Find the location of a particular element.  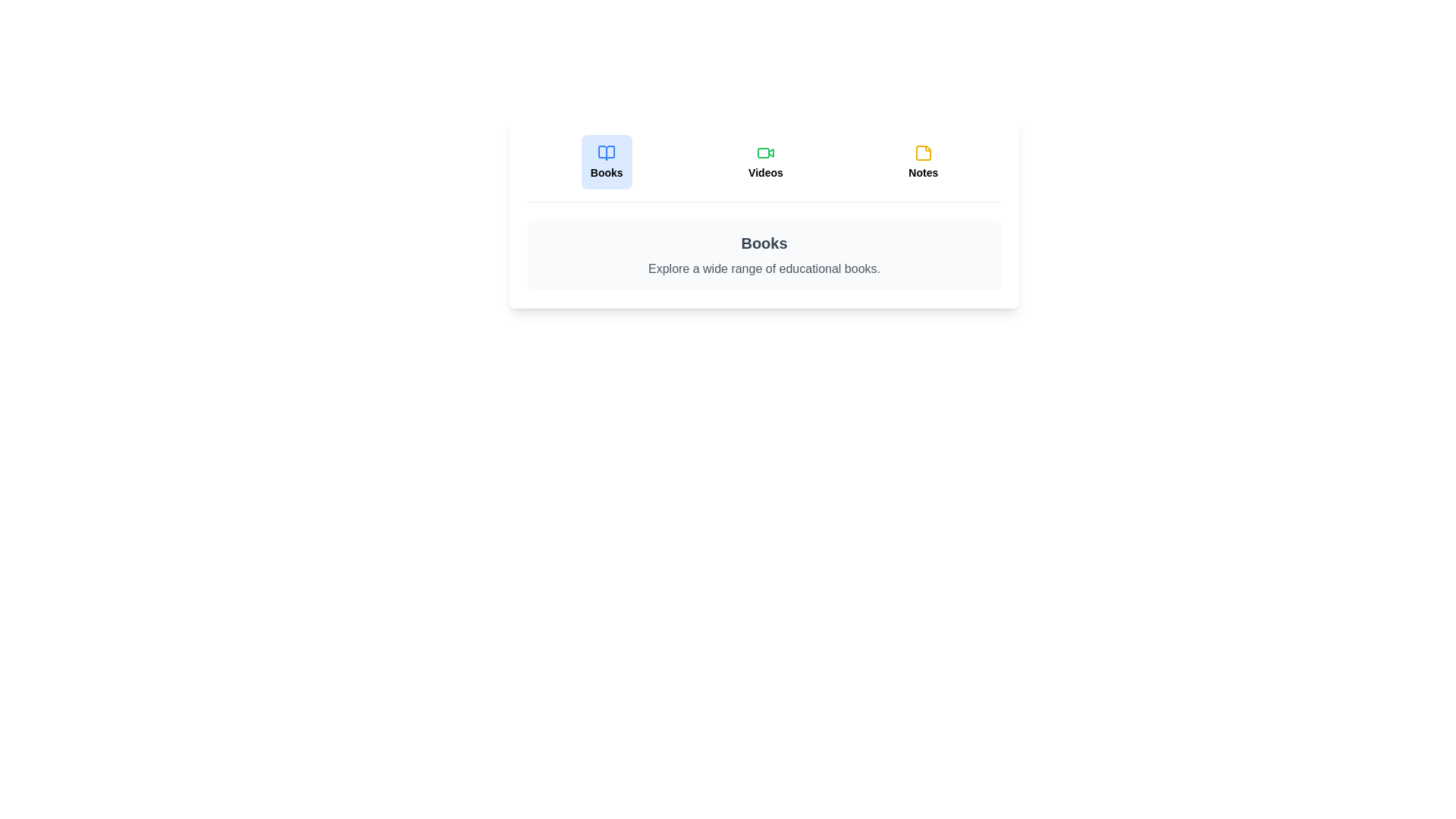

the tab labeled 'Videos' to observe its hover effect is located at coordinates (765, 162).